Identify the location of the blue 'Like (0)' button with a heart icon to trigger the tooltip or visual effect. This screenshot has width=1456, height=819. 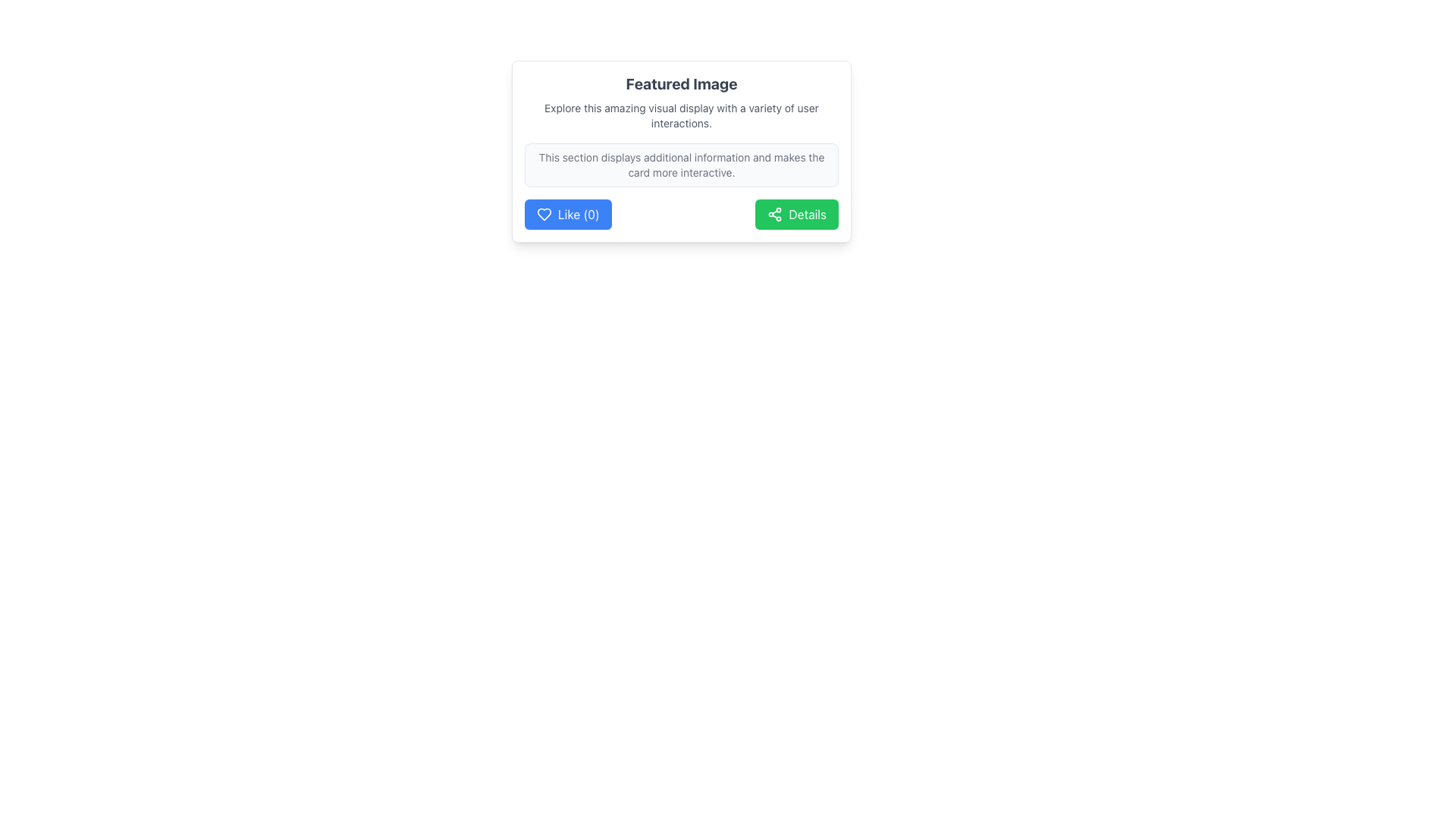
(567, 214).